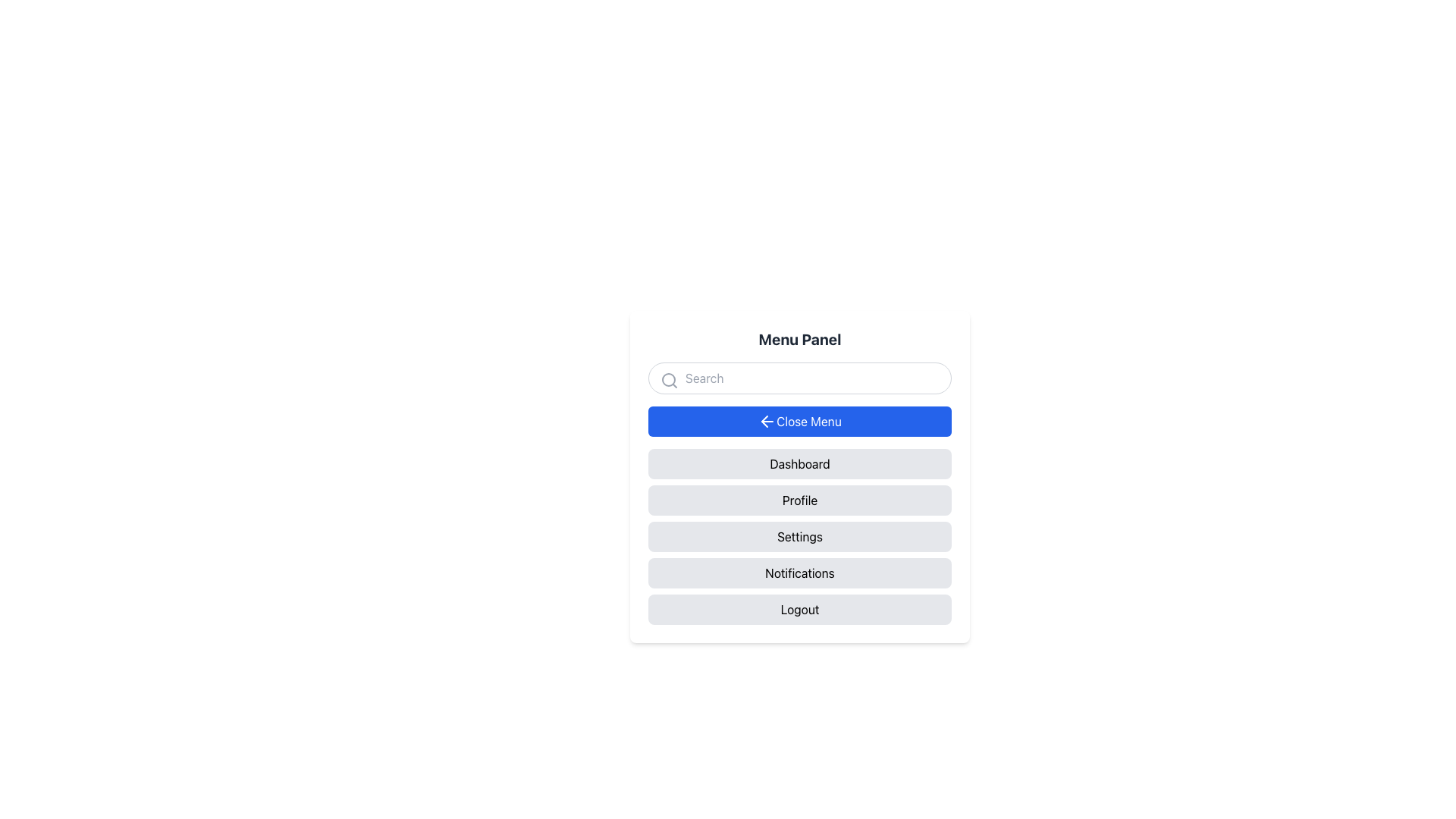  What do you see at coordinates (799, 338) in the screenshot?
I see `the text within the bold 'Menu Panel' label, which is prominently displayed at the top of the menu panel interface above the search input field` at bounding box center [799, 338].